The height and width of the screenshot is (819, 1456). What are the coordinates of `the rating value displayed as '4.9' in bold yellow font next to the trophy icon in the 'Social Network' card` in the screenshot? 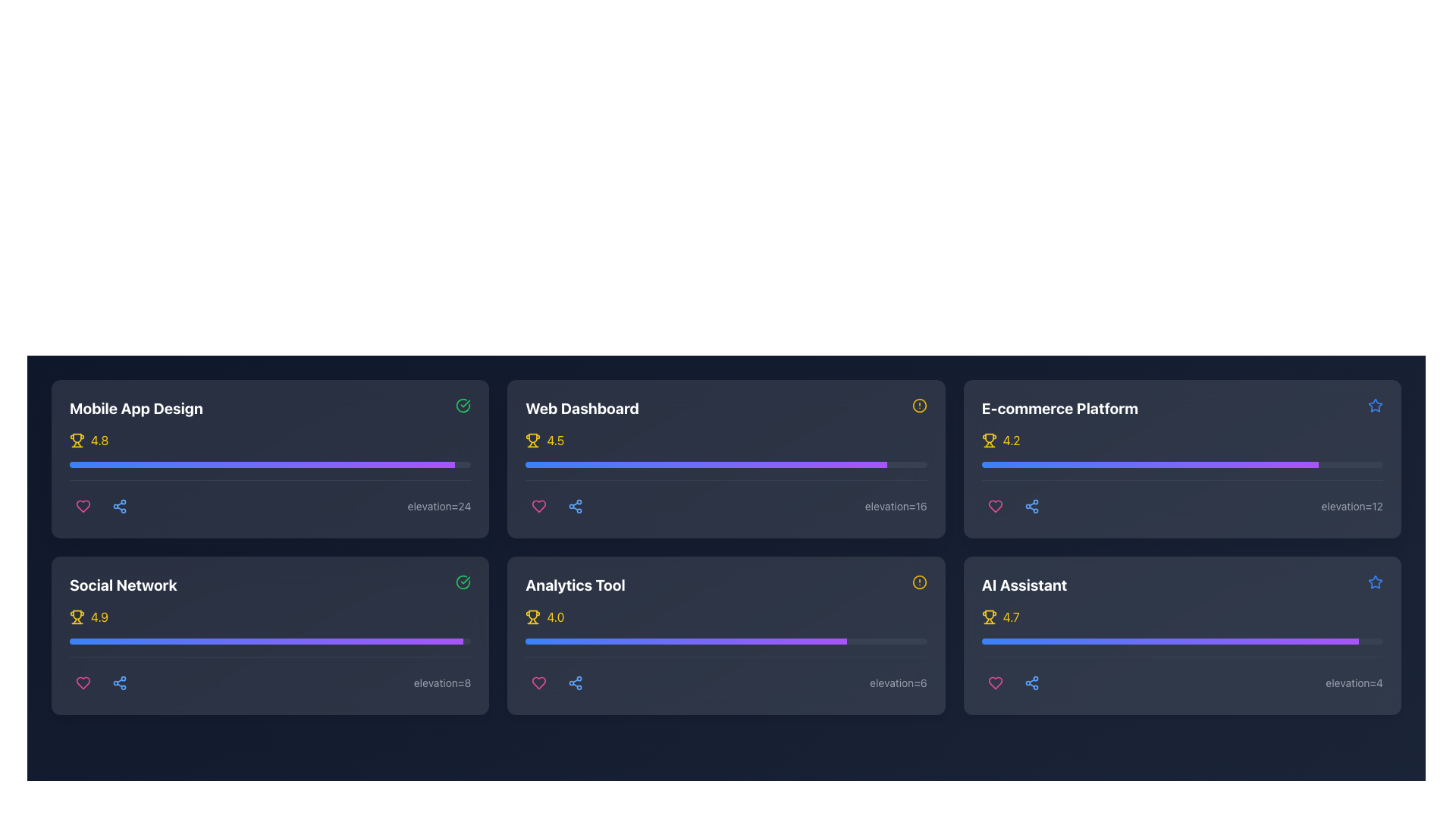 It's located at (99, 617).